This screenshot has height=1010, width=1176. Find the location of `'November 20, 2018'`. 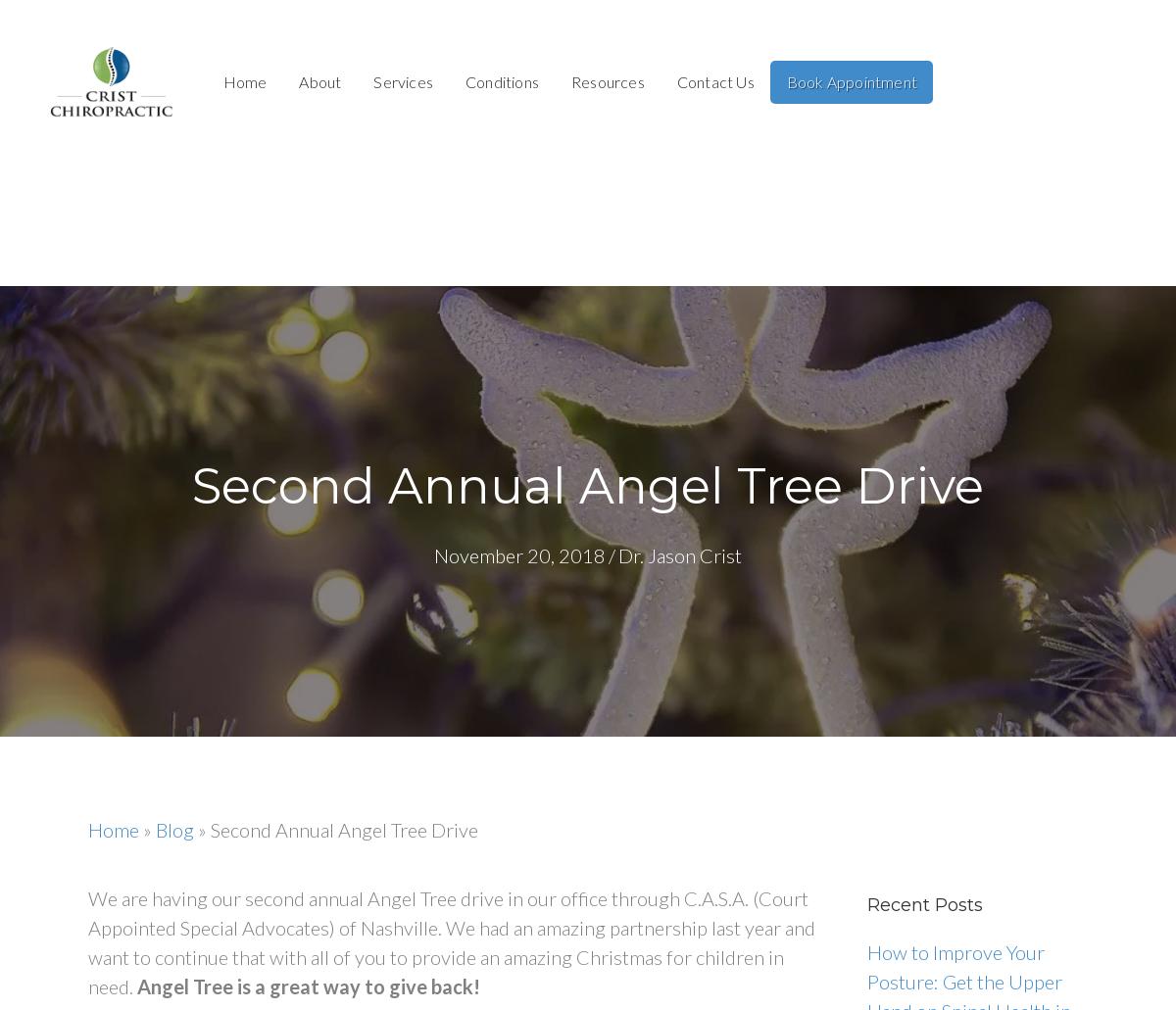

'November 20, 2018' is located at coordinates (518, 554).